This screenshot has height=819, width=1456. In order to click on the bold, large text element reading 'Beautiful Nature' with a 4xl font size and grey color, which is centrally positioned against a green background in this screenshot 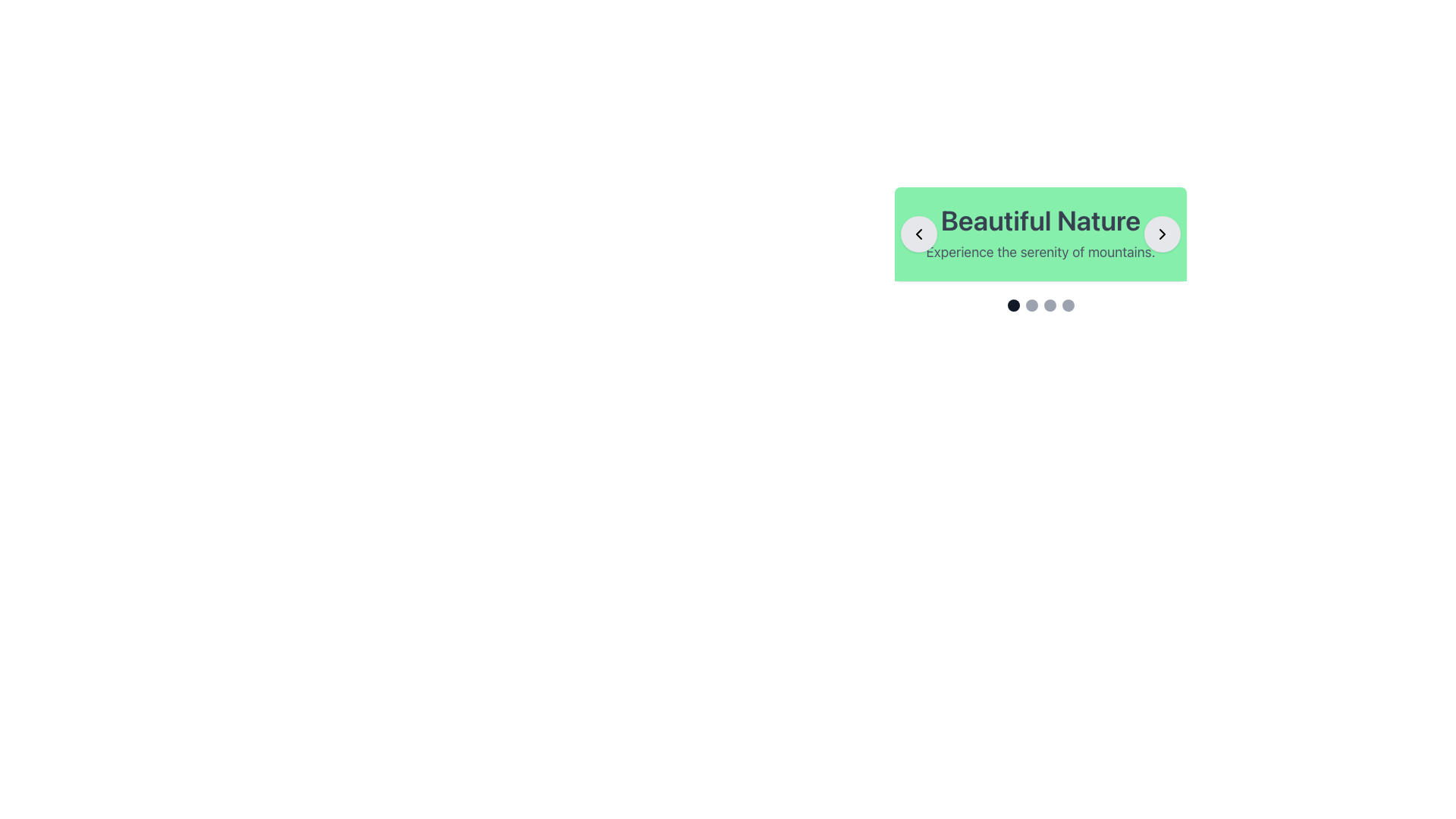, I will do `click(1040, 220)`.